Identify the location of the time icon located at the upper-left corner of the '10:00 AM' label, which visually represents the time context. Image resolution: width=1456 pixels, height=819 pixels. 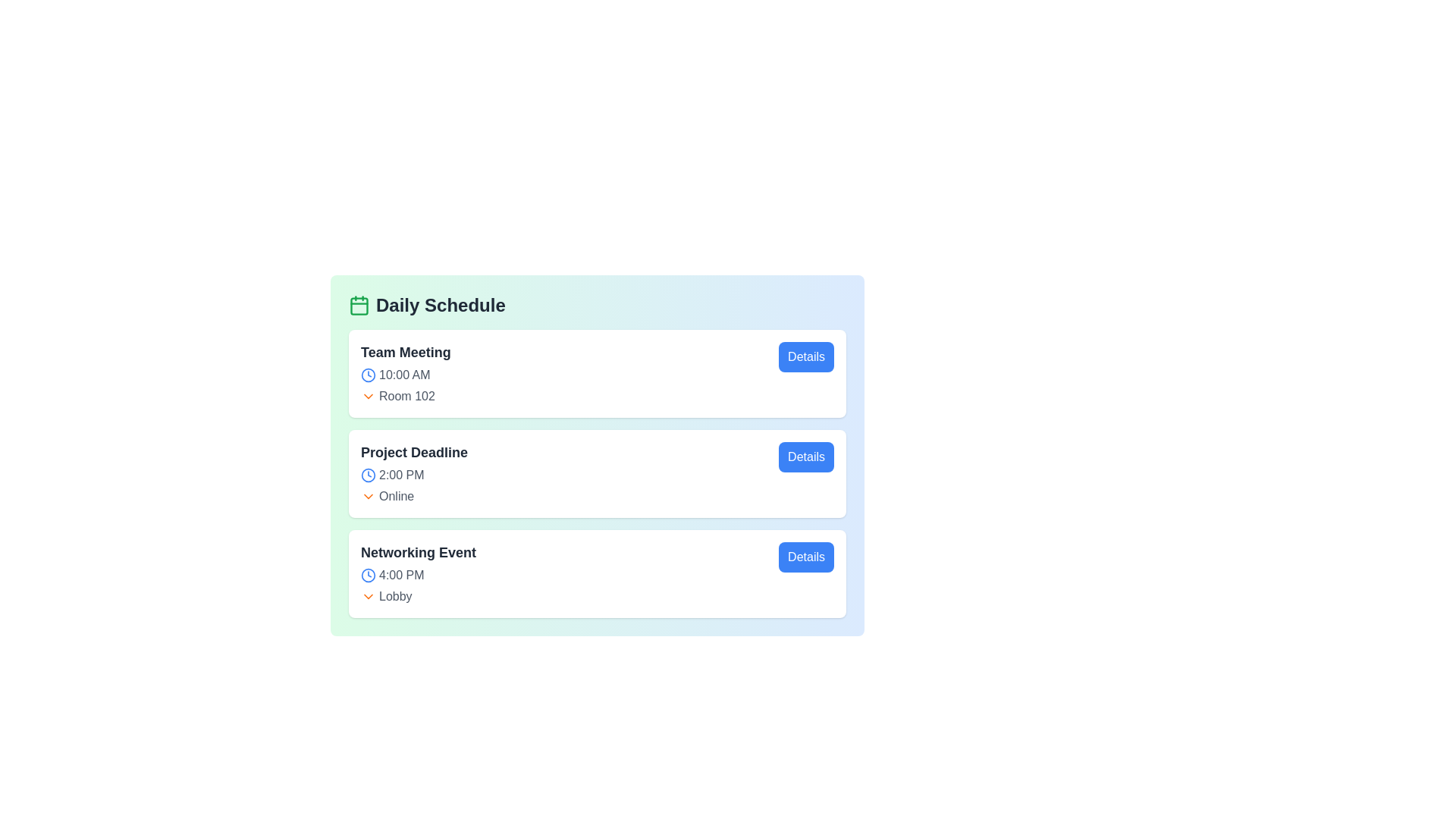
(368, 375).